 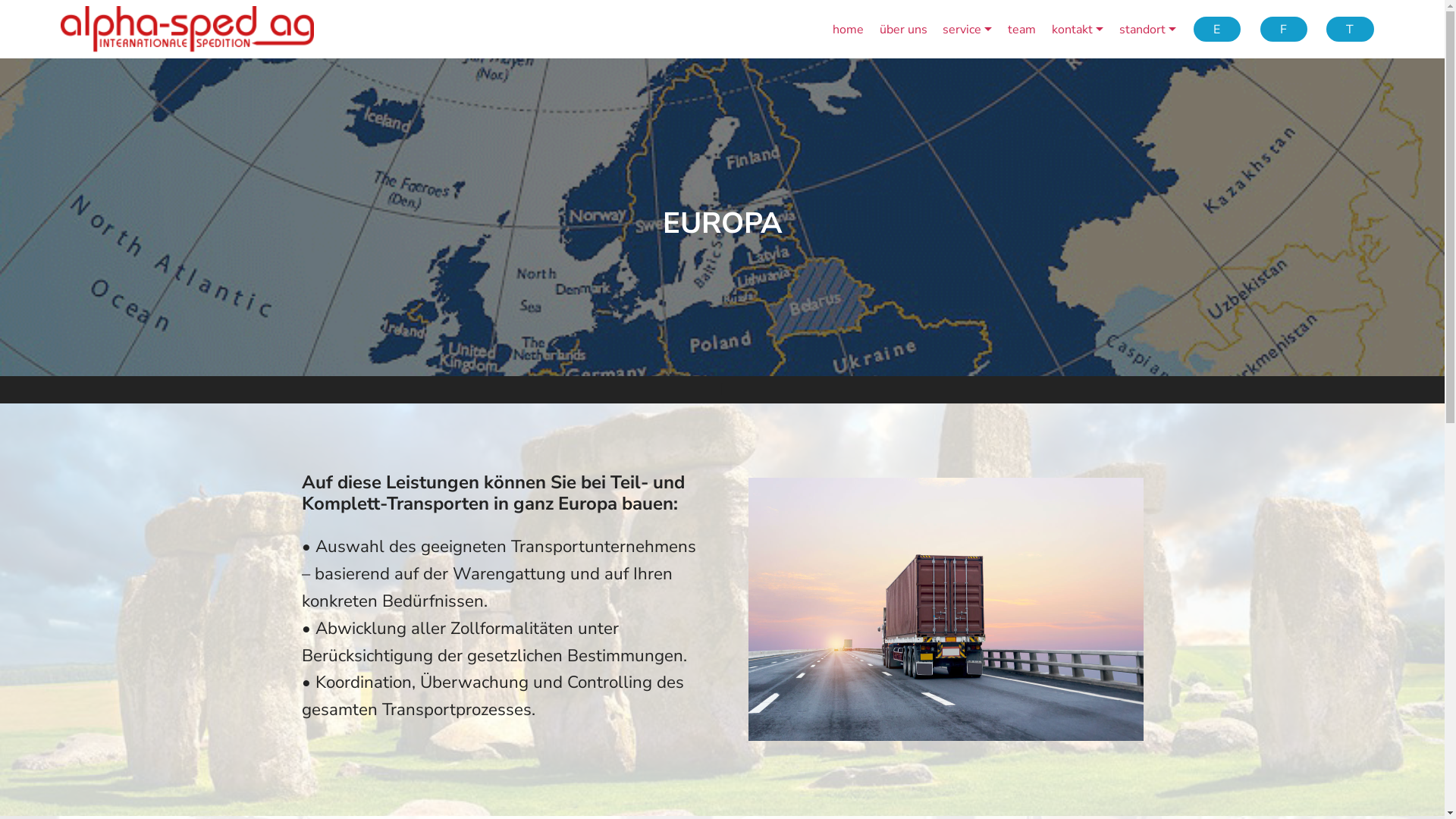 What do you see at coordinates (1216, 29) in the screenshot?
I see `'E'` at bounding box center [1216, 29].